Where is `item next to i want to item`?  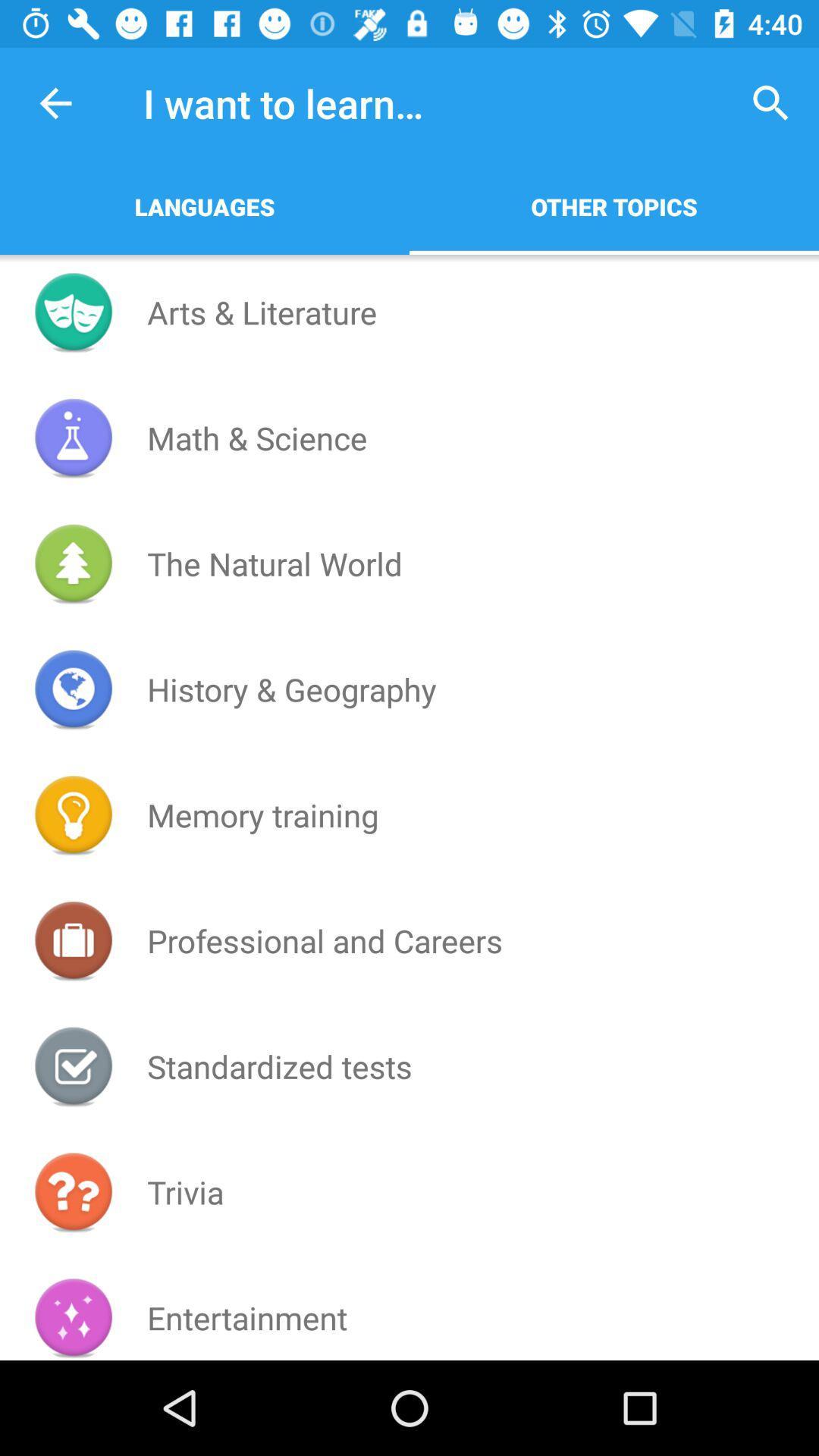
item next to i want to item is located at coordinates (55, 102).